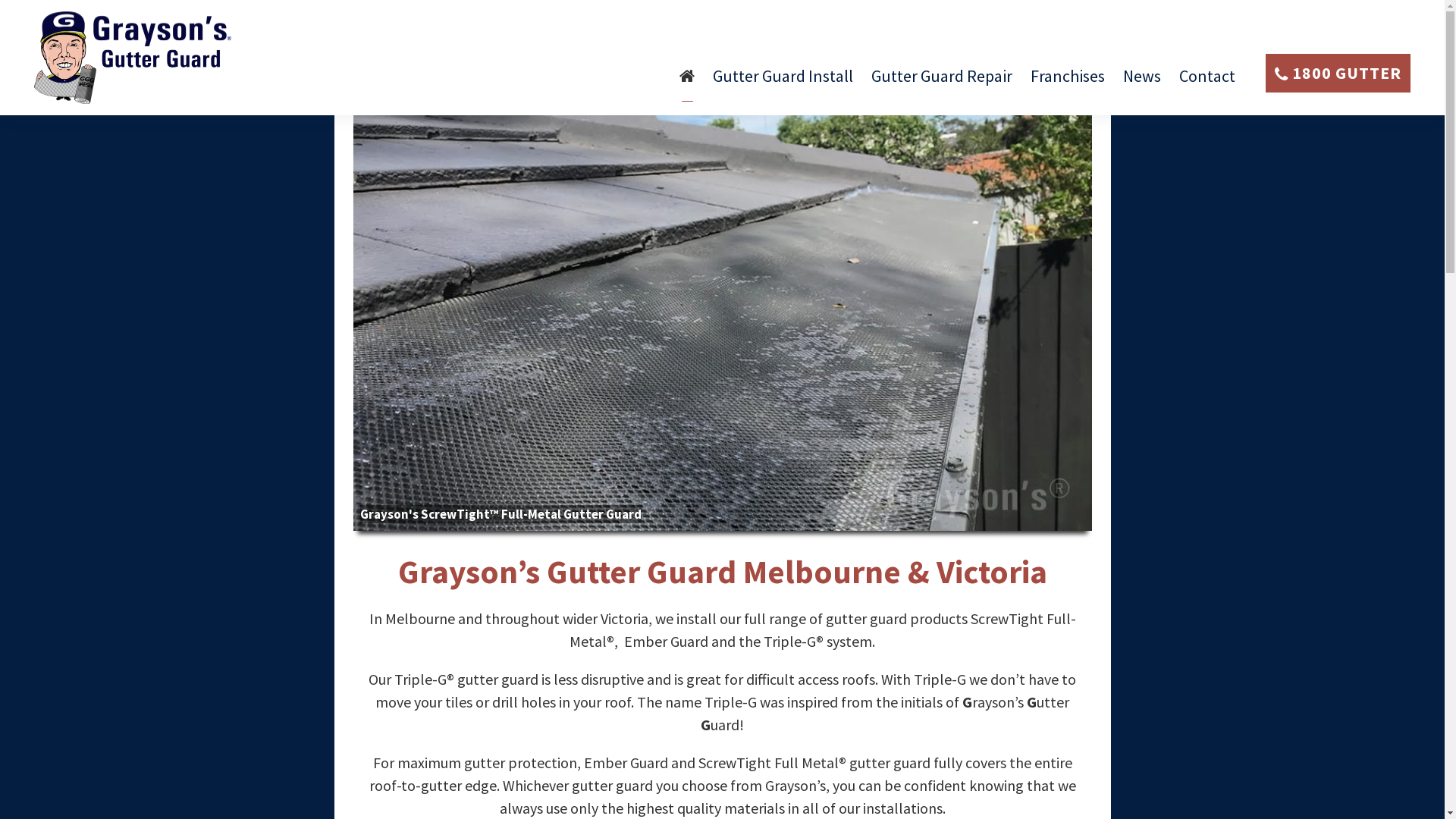  Describe the element at coordinates (686, 82) in the screenshot. I see `'Home'` at that location.